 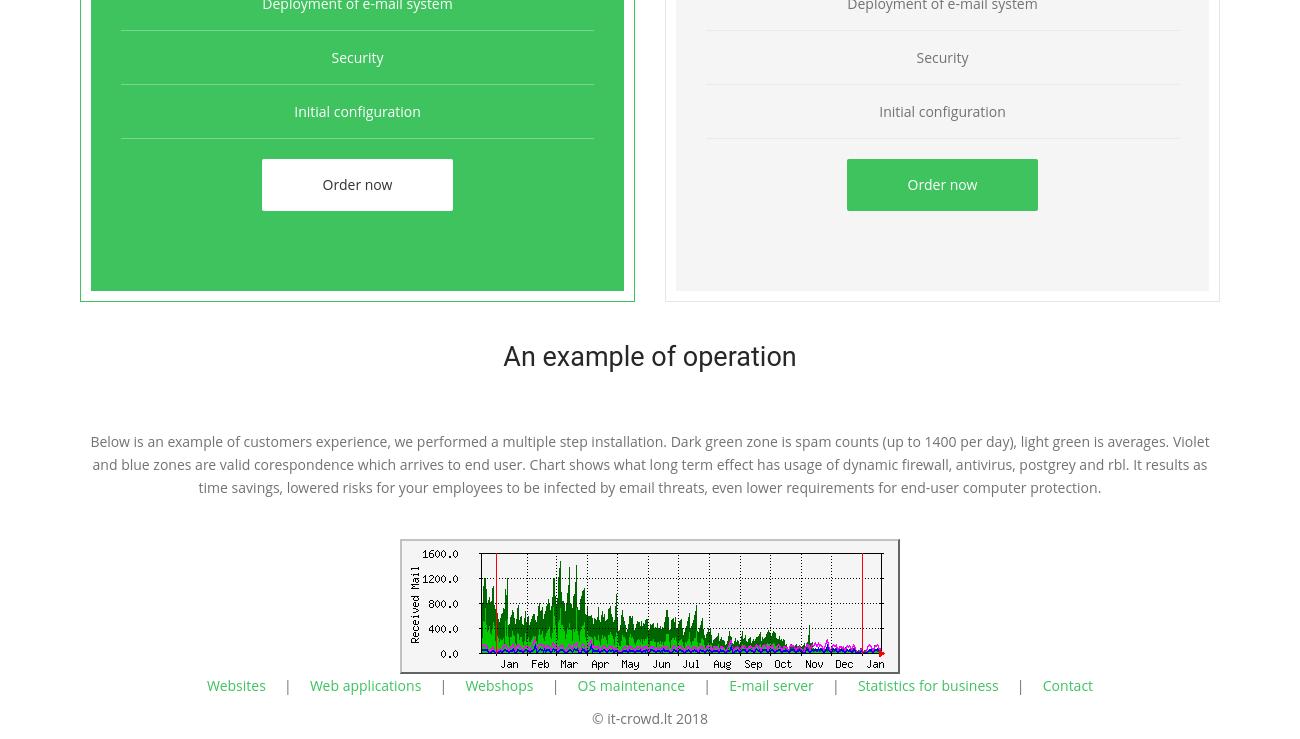 What do you see at coordinates (206, 684) in the screenshot?
I see `'Websites'` at bounding box center [206, 684].